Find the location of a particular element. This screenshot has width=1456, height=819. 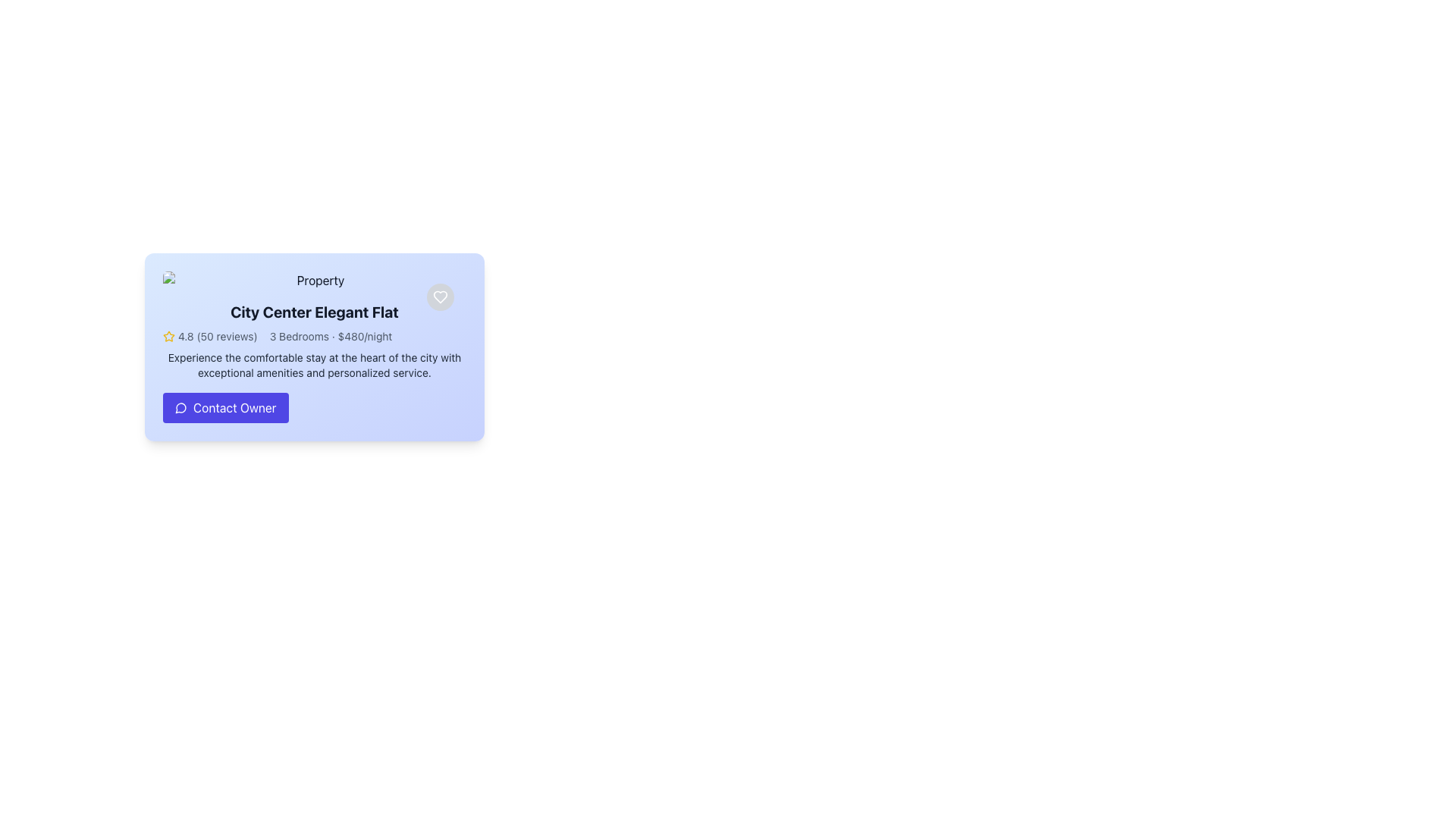

the Text Label that displays the name or title of the property, located just below the title 'Property' in the card is located at coordinates (313, 312).